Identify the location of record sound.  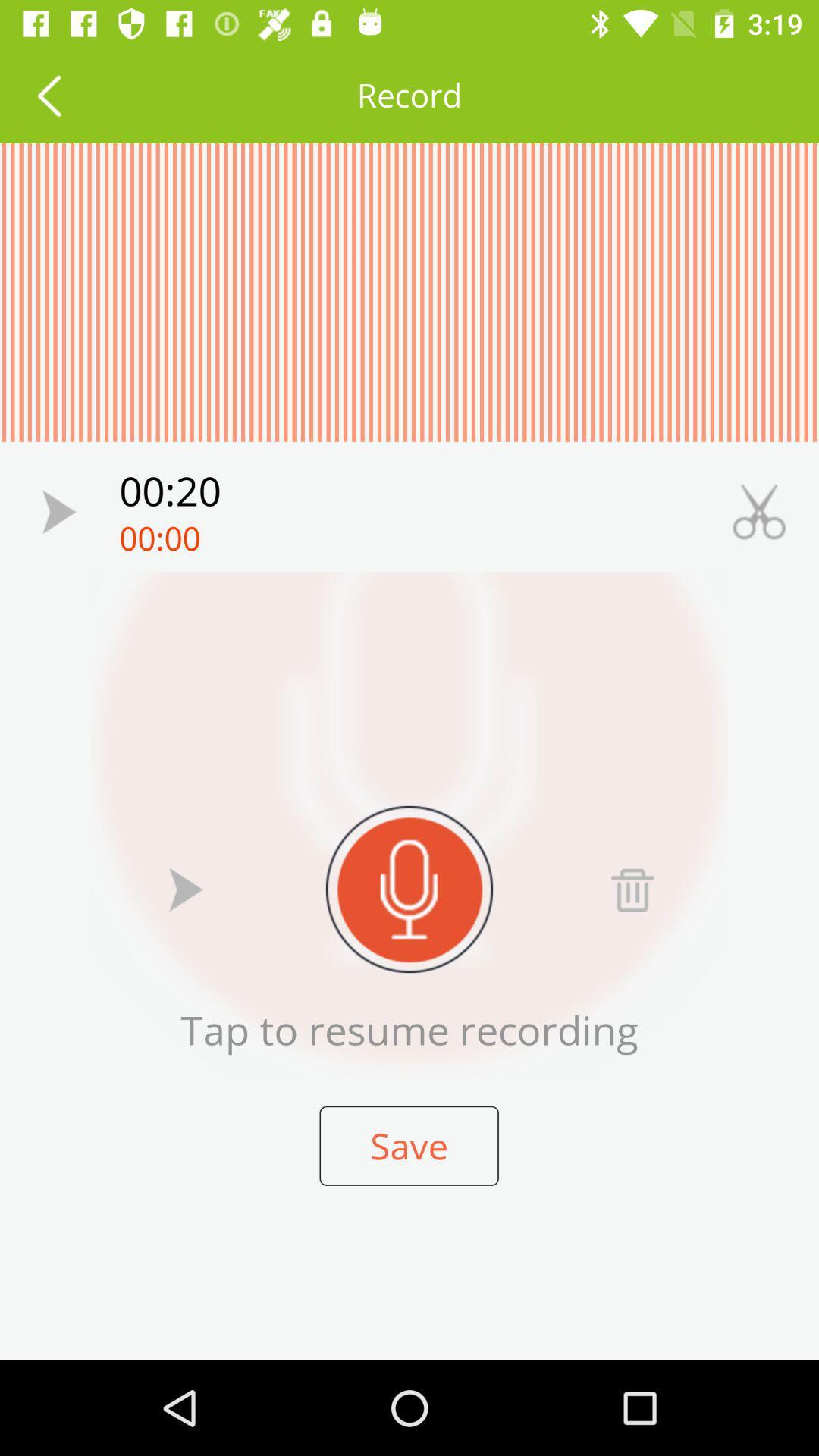
(409, 889).